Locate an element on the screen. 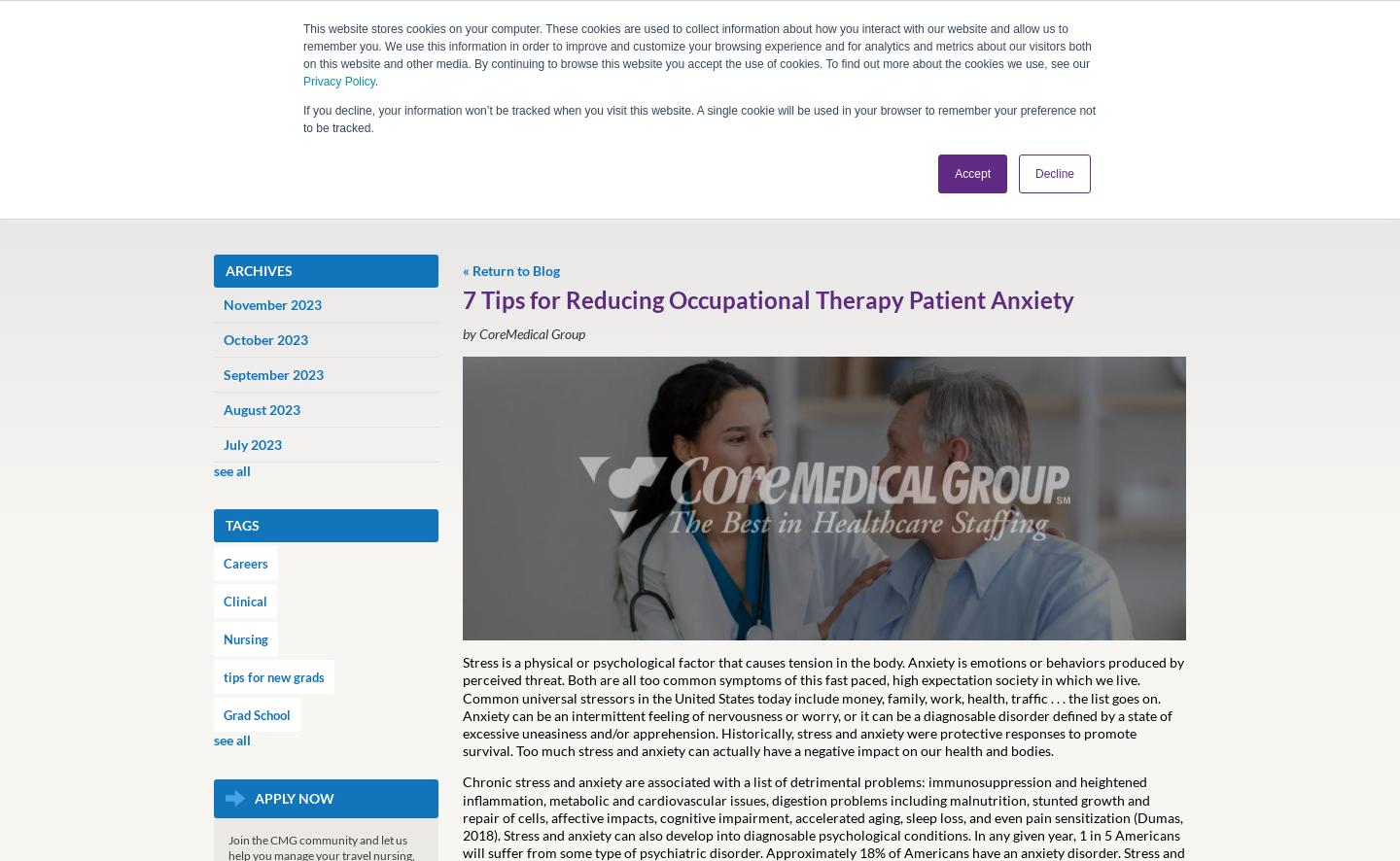  'Guide to Interim Healthcare Management' is located at coordinates (448, 531).